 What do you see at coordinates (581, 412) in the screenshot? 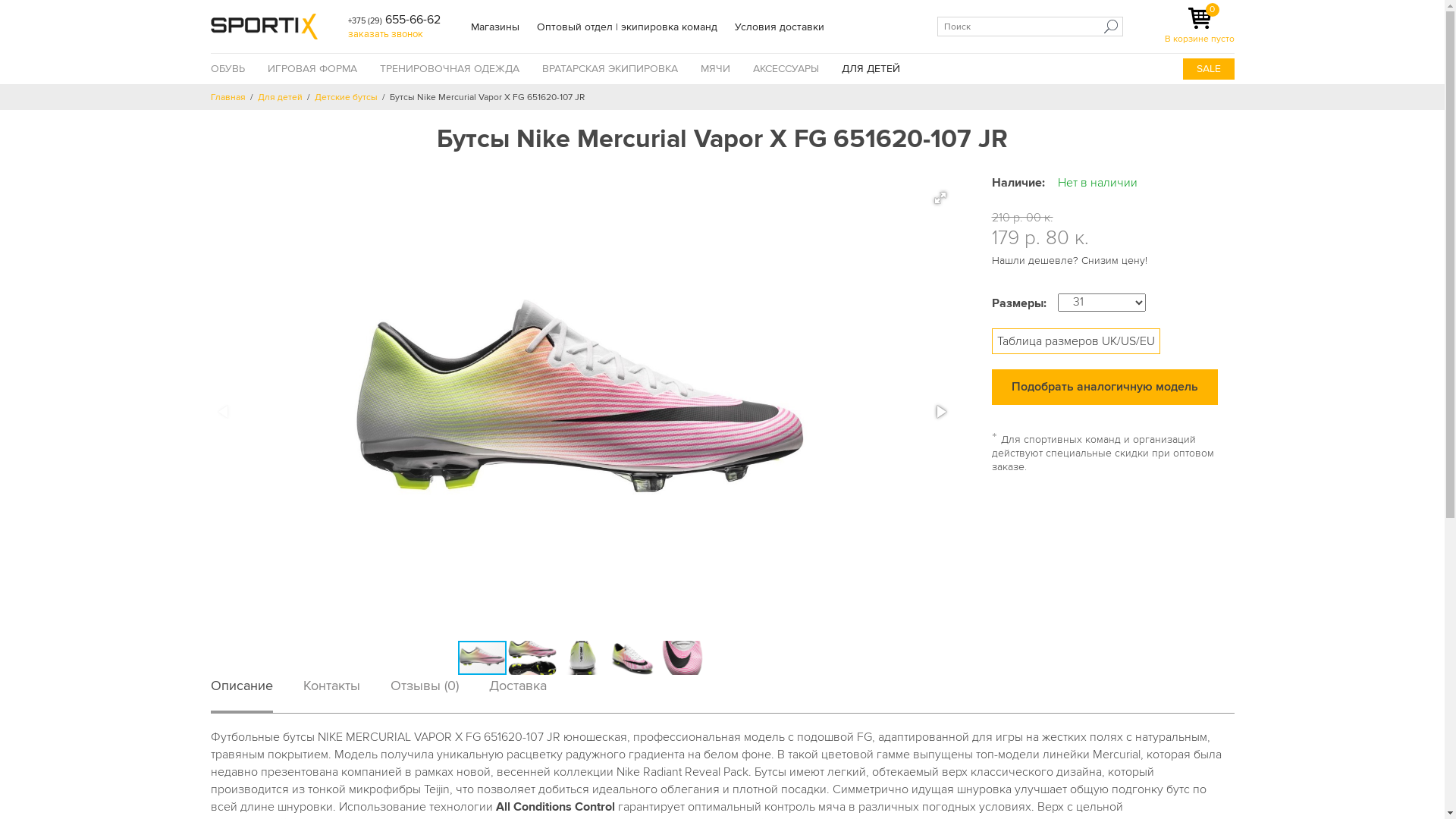
I see `'Nike Mercurial Vapor X FG 651620-107 JRnew.jpg'` at bounding box center [581, 412].